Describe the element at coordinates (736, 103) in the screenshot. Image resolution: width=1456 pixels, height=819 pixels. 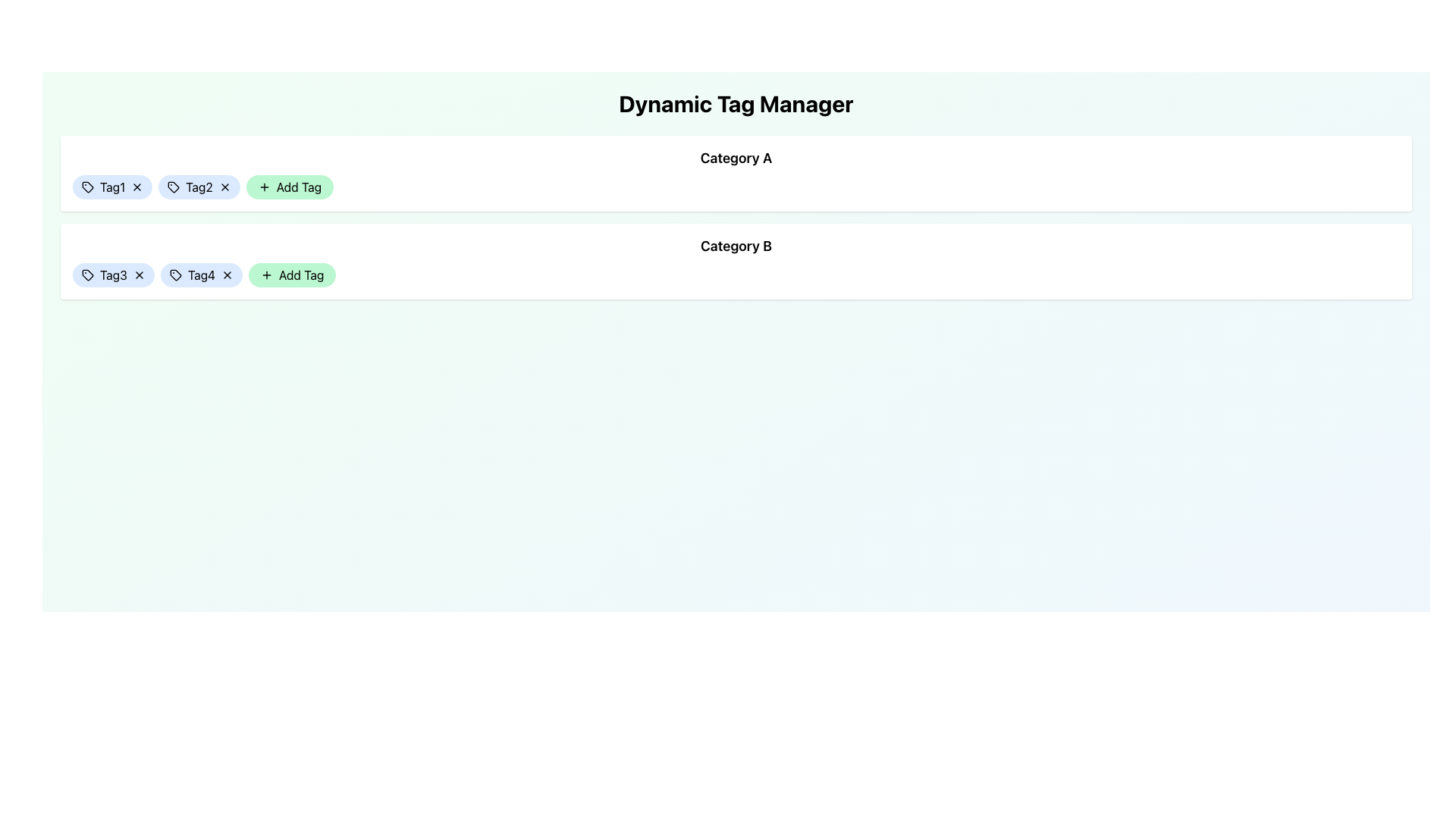
I see `the heading text that indicates the functionality or name of the application, located above 'Category A'` at that location.